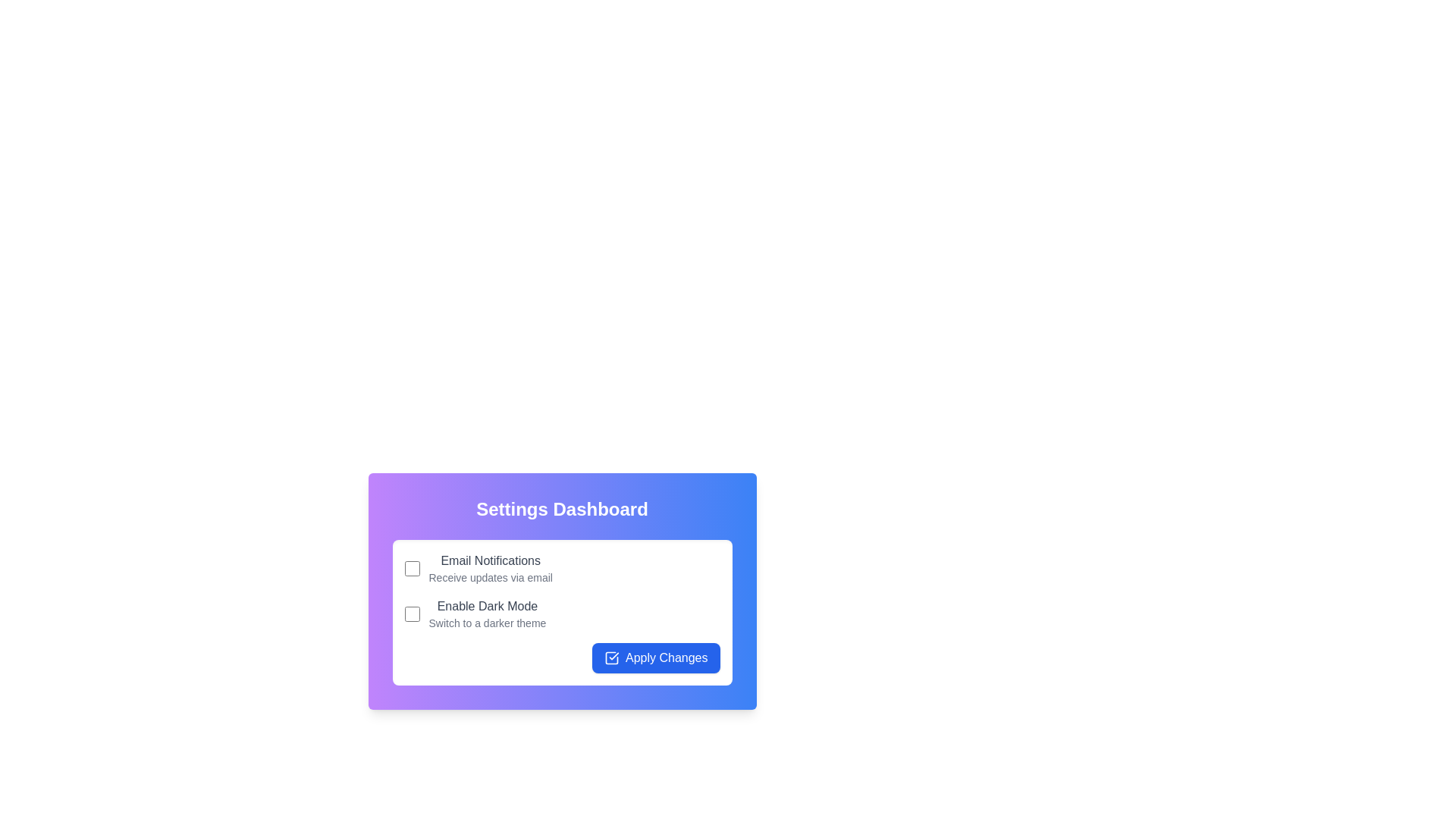 This screenshot has width=1456, height=819. I want to click on the confirmation icon located on the left side inside the blue 'Apply Changes' button at the bottom right of the interface, so click(611, 657).